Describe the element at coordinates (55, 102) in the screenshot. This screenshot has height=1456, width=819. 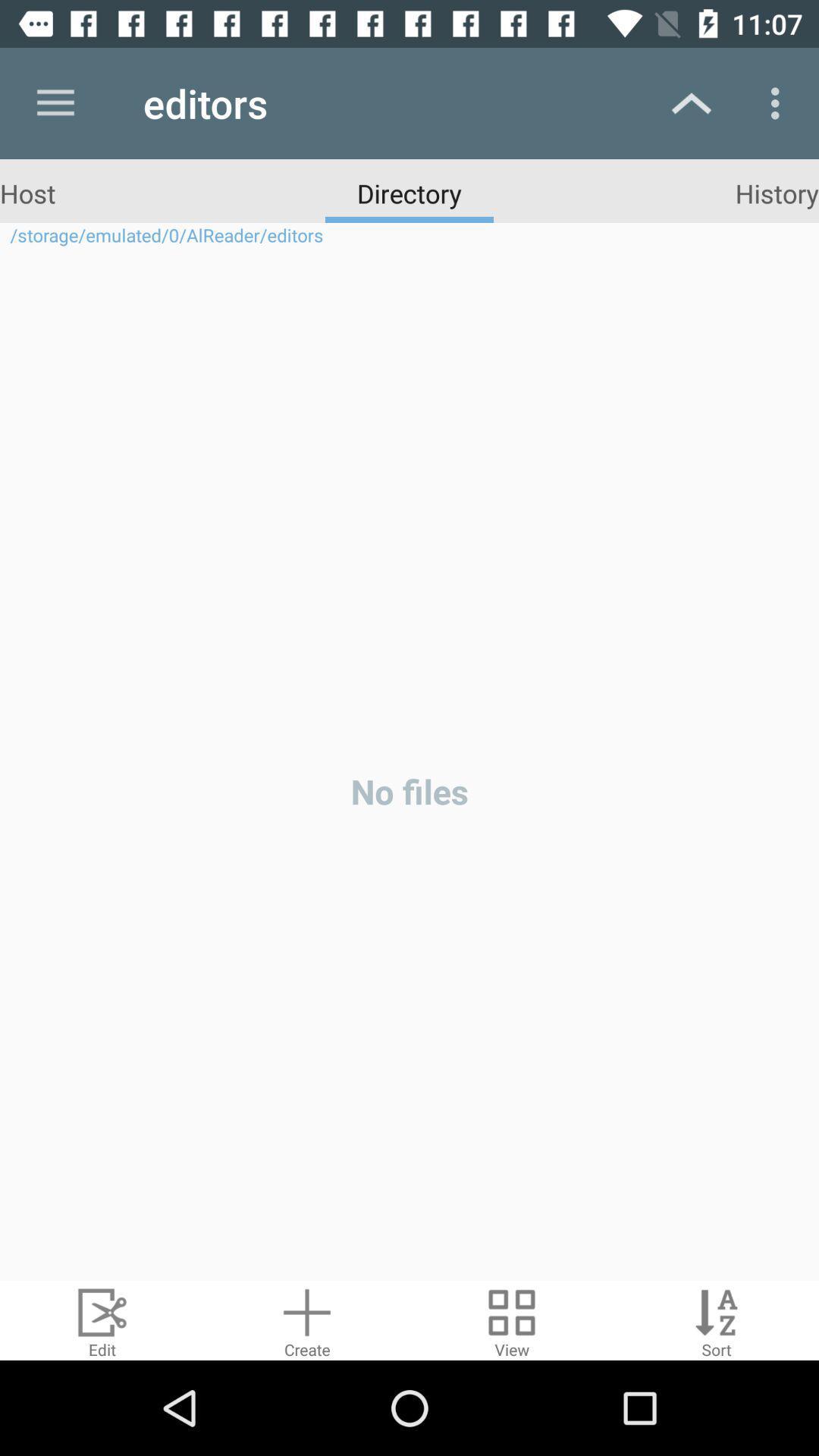
I see `icon above host` at that location.